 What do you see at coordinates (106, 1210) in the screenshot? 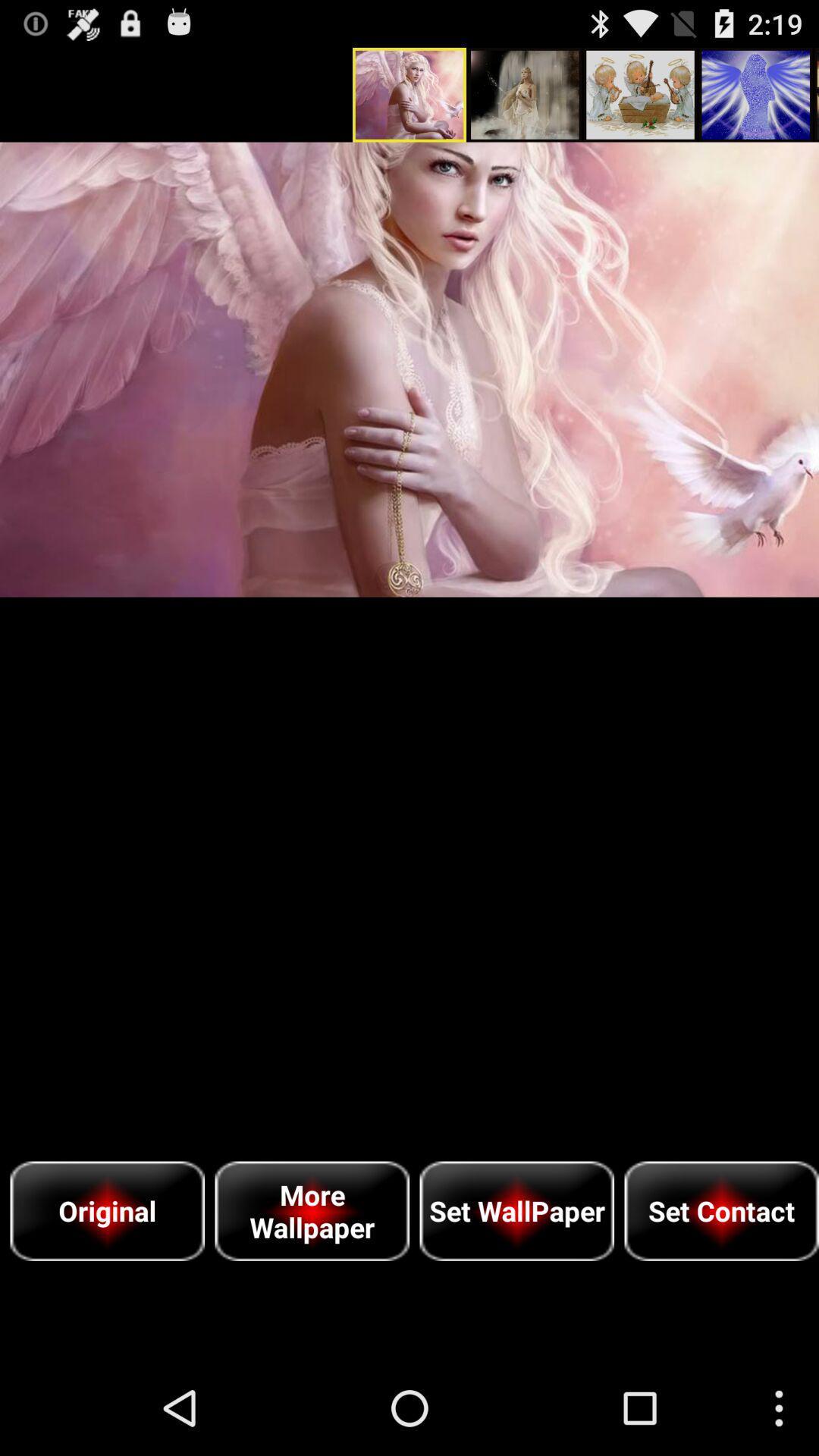
I see `the item to the left of the more wallpaper icon` at bounding box center [106, 1210].